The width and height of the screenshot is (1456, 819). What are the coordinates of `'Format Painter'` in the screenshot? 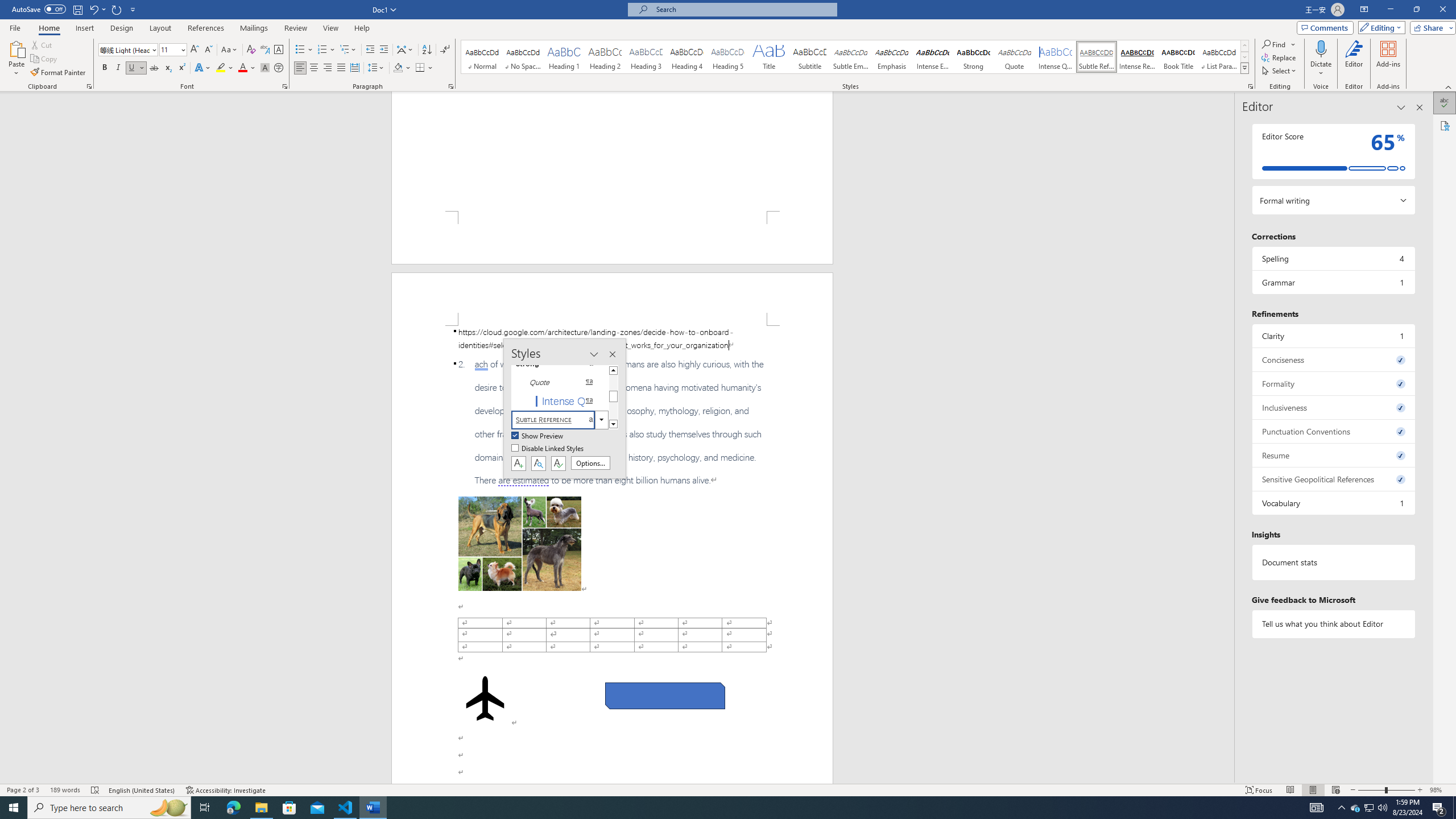 It's located at (58, 72).